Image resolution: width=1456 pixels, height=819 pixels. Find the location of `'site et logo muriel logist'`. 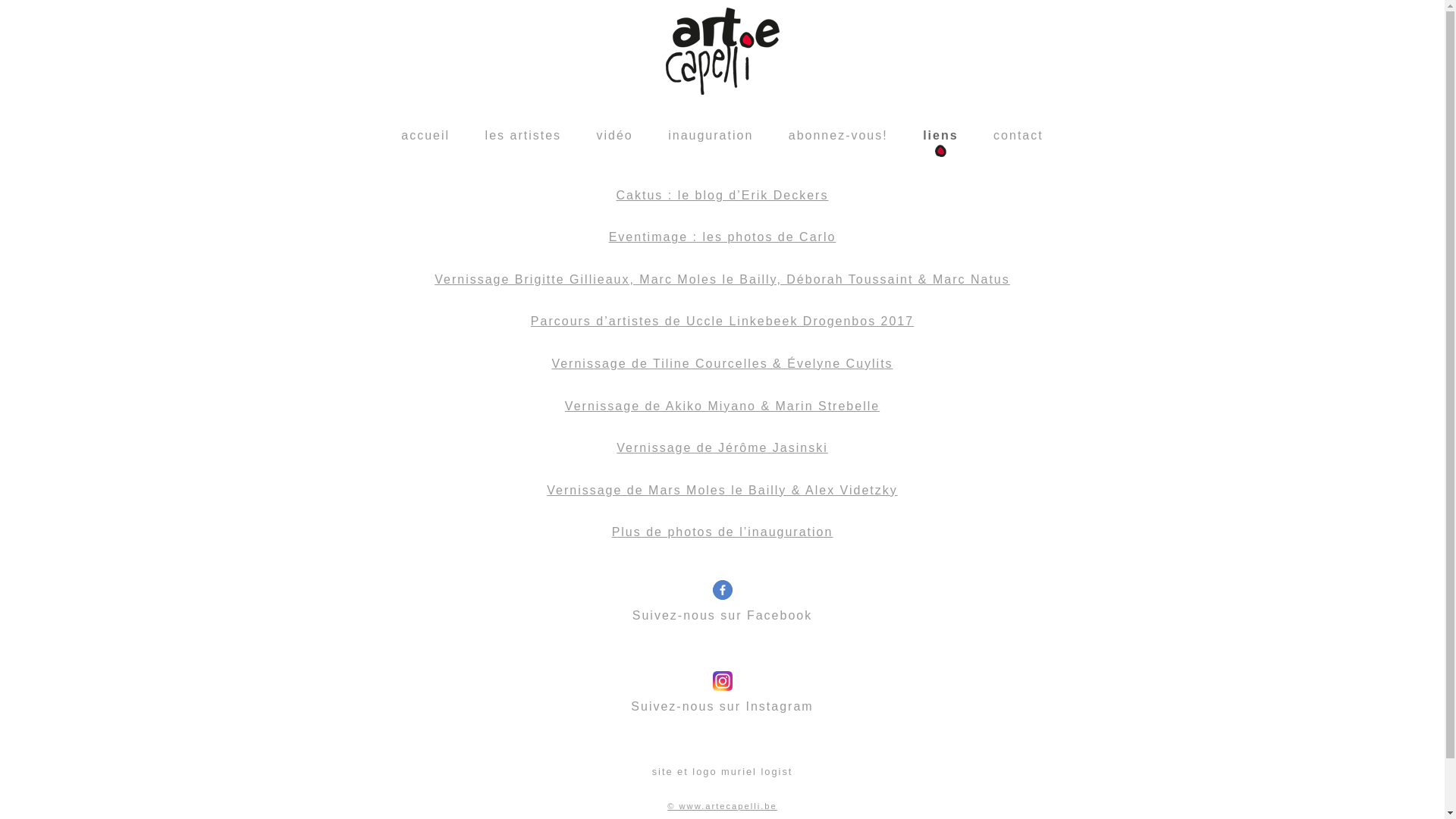

'site et logo muriel logist' is located at coordinates (722, 771).